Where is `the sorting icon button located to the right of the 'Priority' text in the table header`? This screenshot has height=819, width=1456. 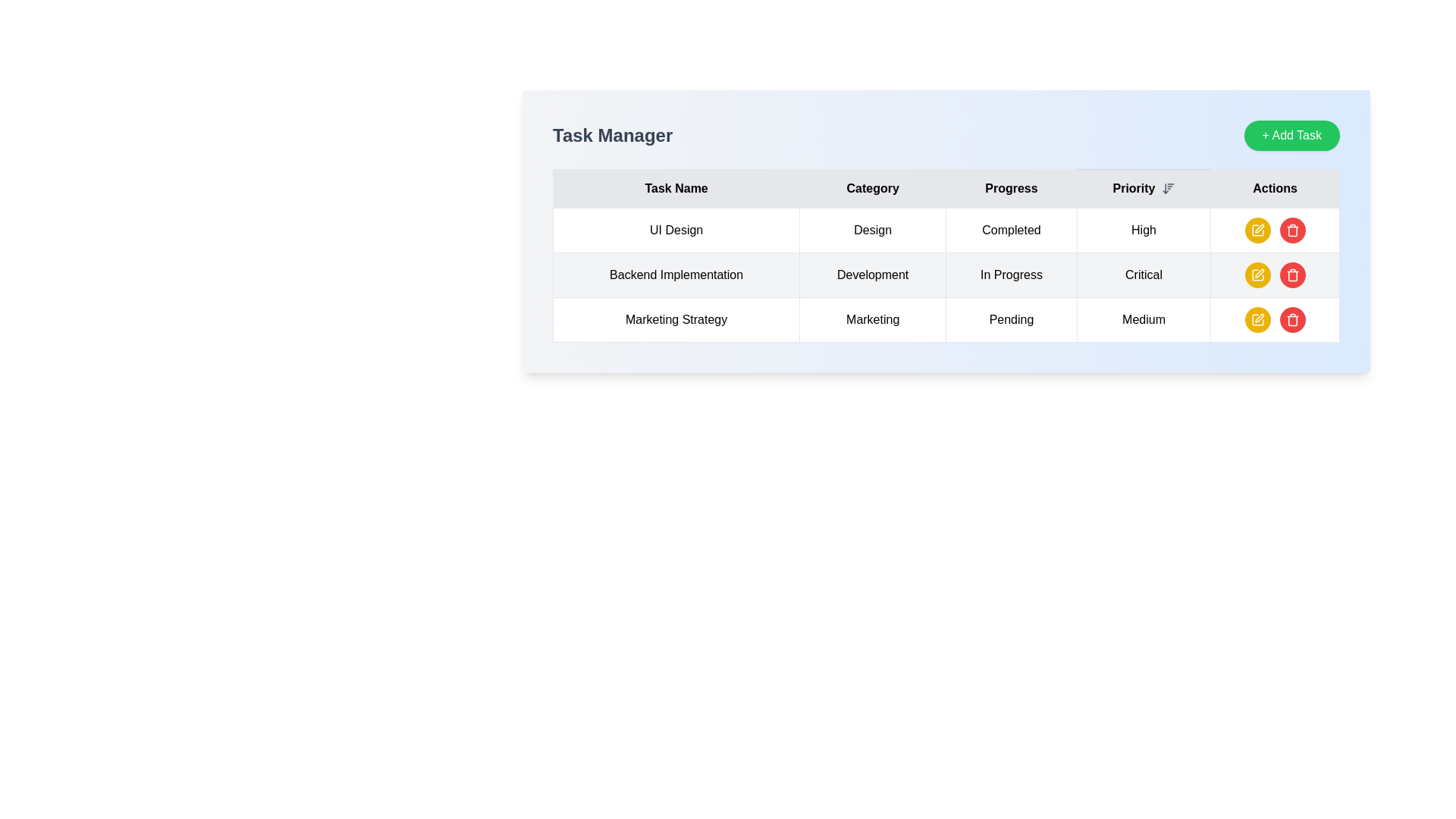 the sorting icon button located to the right of the 'Priority' text in the table header is located at coordinates (1167, 188).